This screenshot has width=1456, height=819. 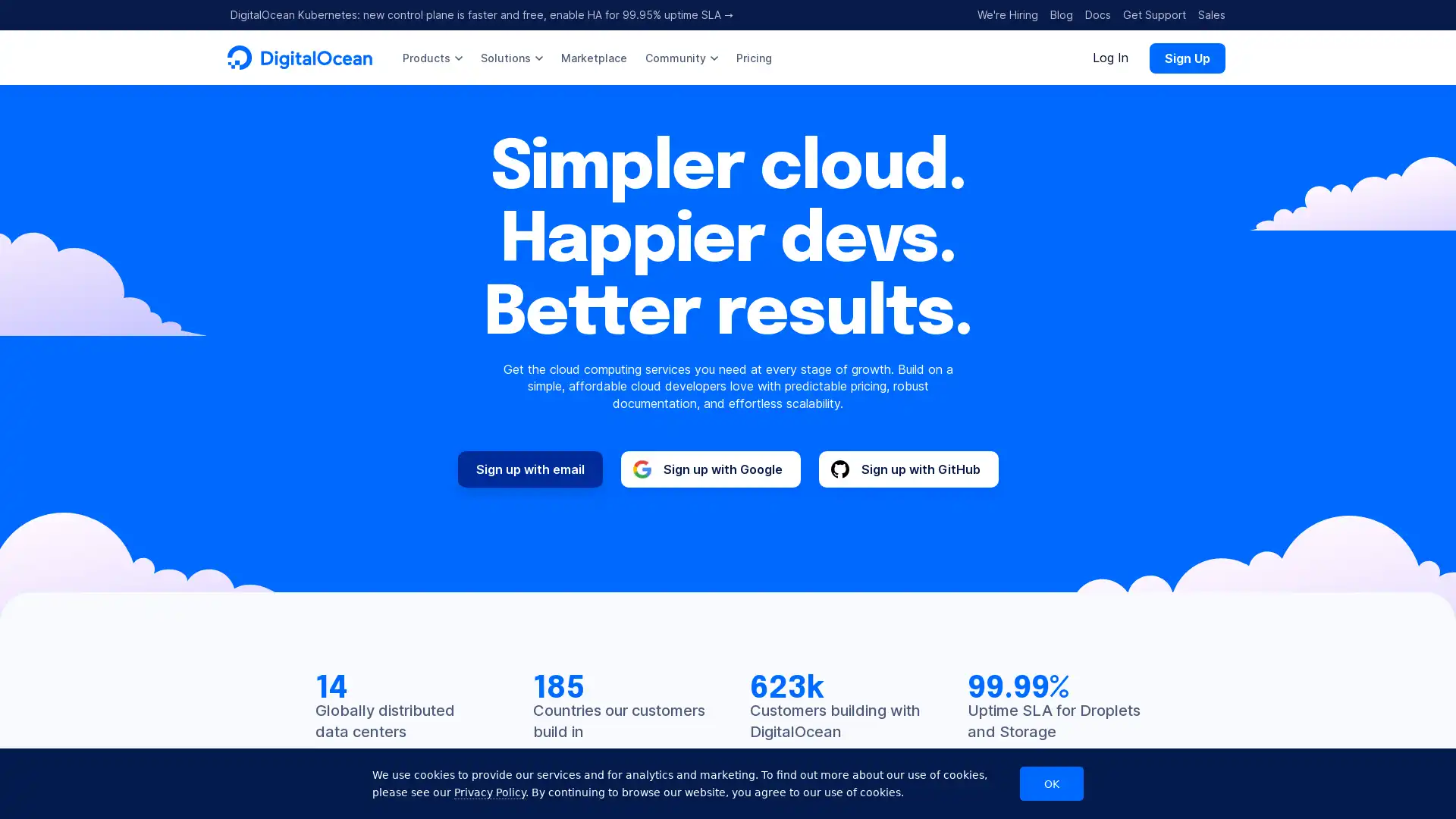 What do you see at coordinates (680, 57) in the screenshot?
I see `Community` at bounding box center [680, 57].